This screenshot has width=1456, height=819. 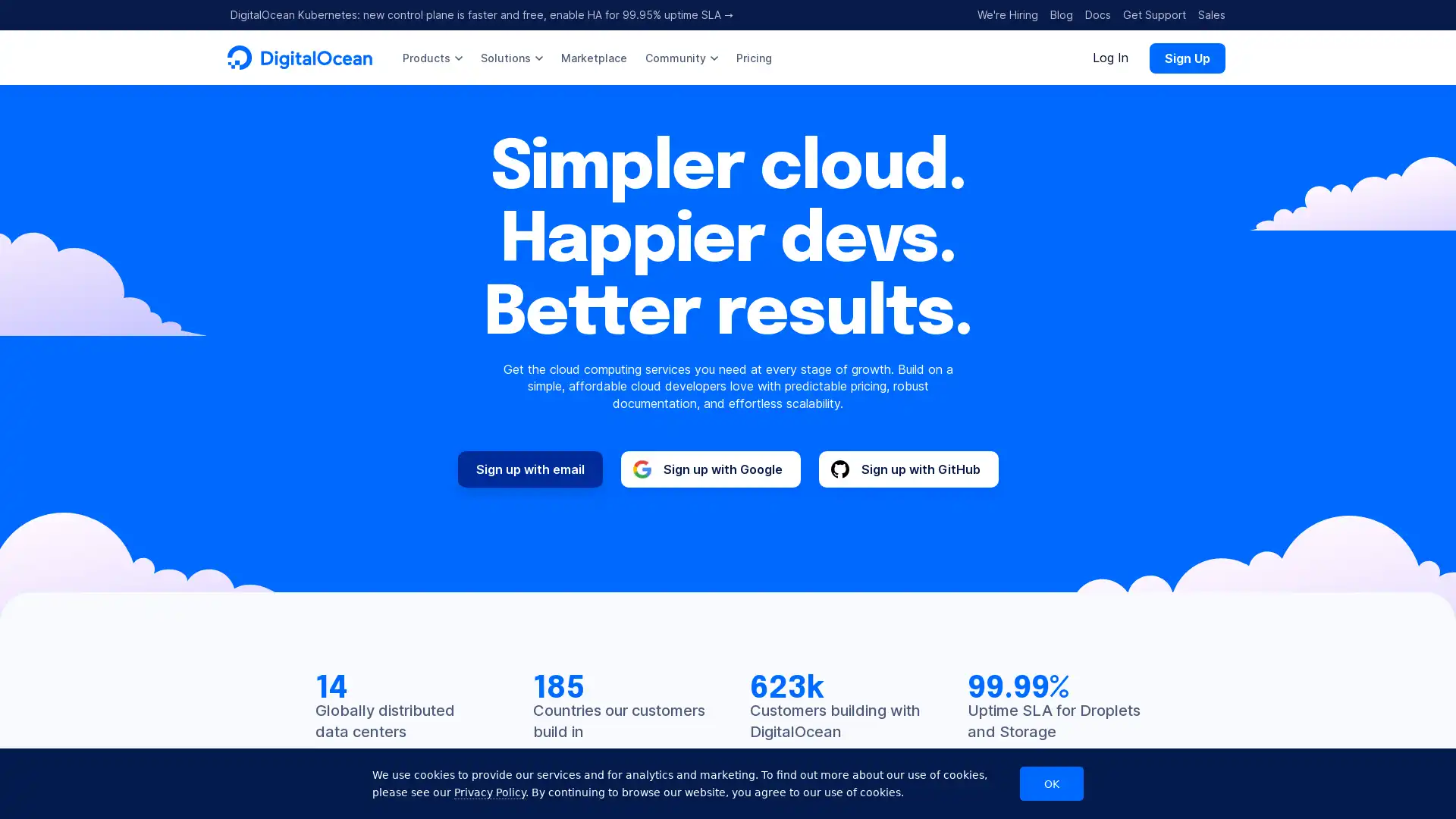 What do you see at coordinates (680, 57) in the screenshot?
I see `Community` at bounding box center [680, 57].